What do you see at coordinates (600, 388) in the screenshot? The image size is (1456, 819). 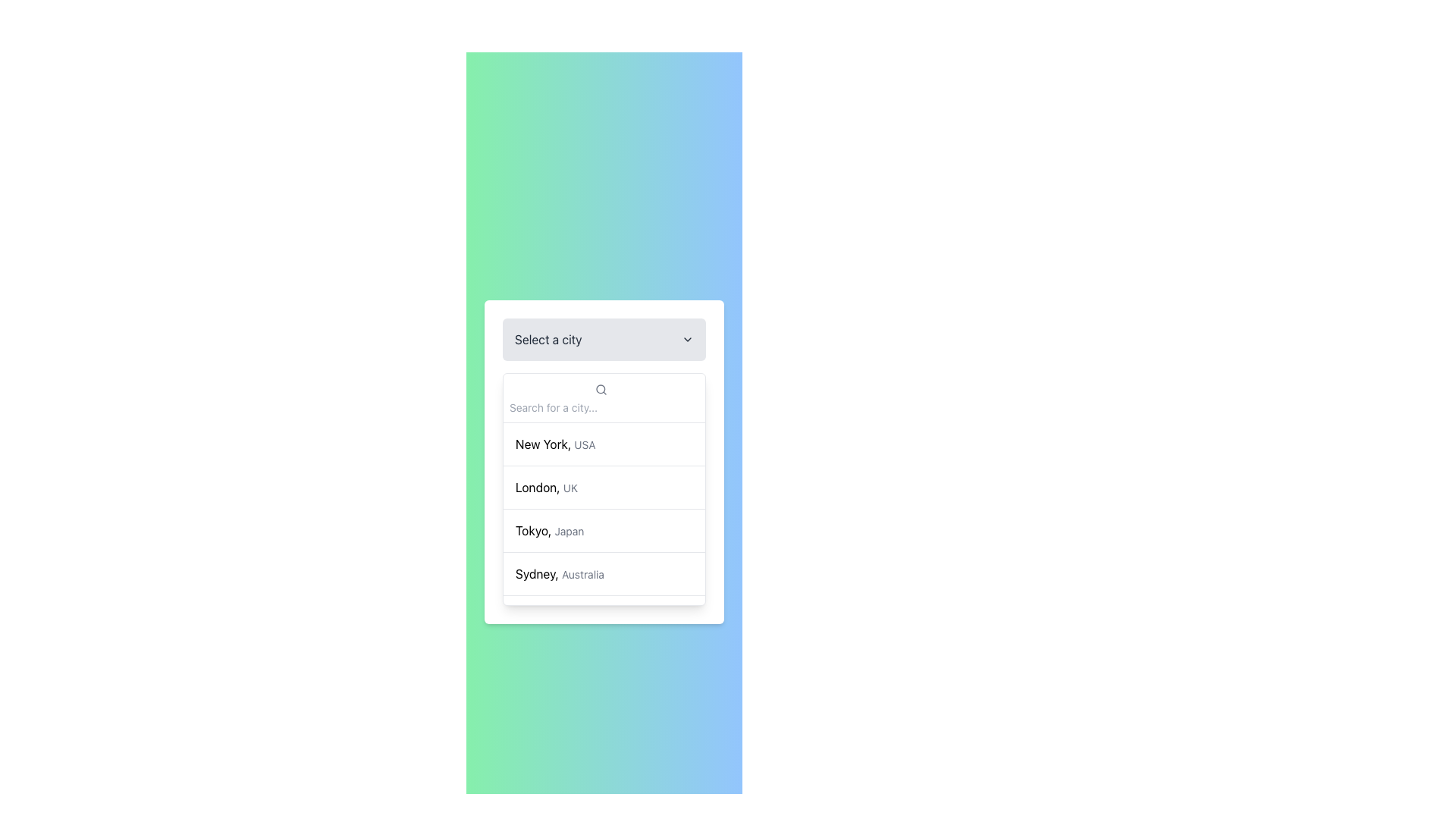 I see `the small magnifying glass icon located in the top-left corner of the input field labeled 'Search for a city...'` at bounding box center [600, 388].